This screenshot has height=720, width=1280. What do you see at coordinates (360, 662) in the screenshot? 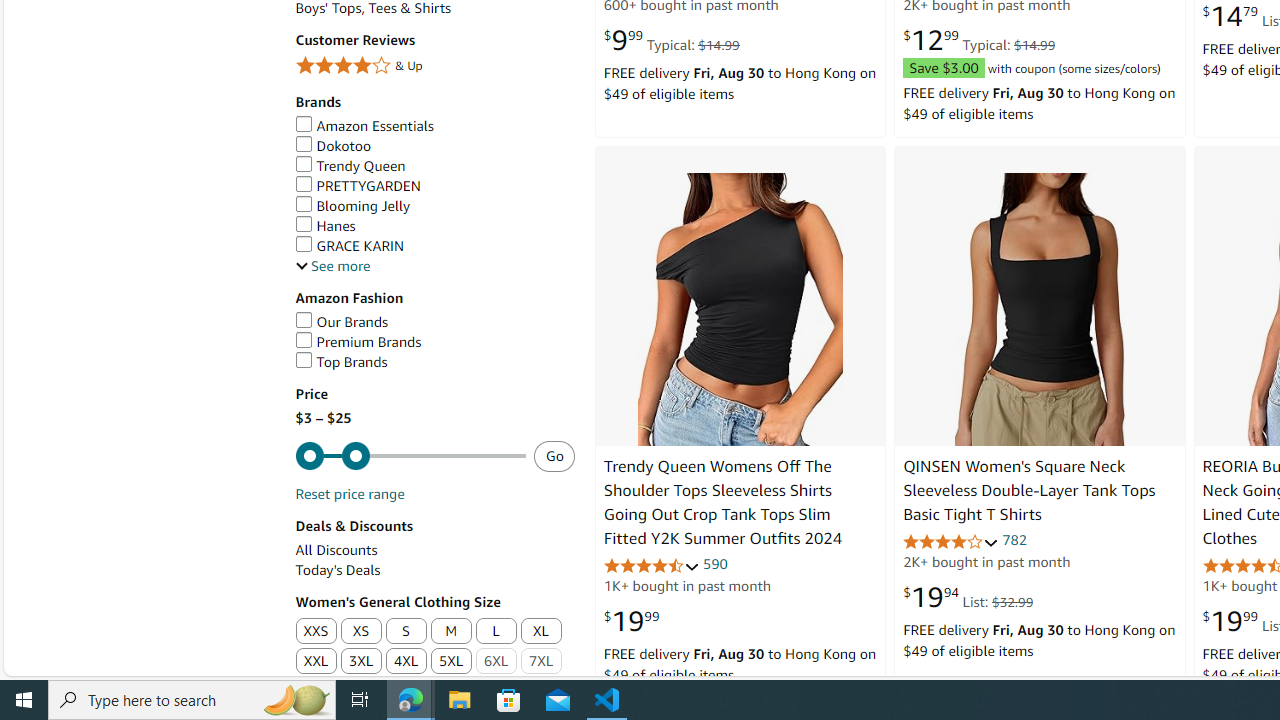
I see `'3XL'` at bounding box center [360, 662].